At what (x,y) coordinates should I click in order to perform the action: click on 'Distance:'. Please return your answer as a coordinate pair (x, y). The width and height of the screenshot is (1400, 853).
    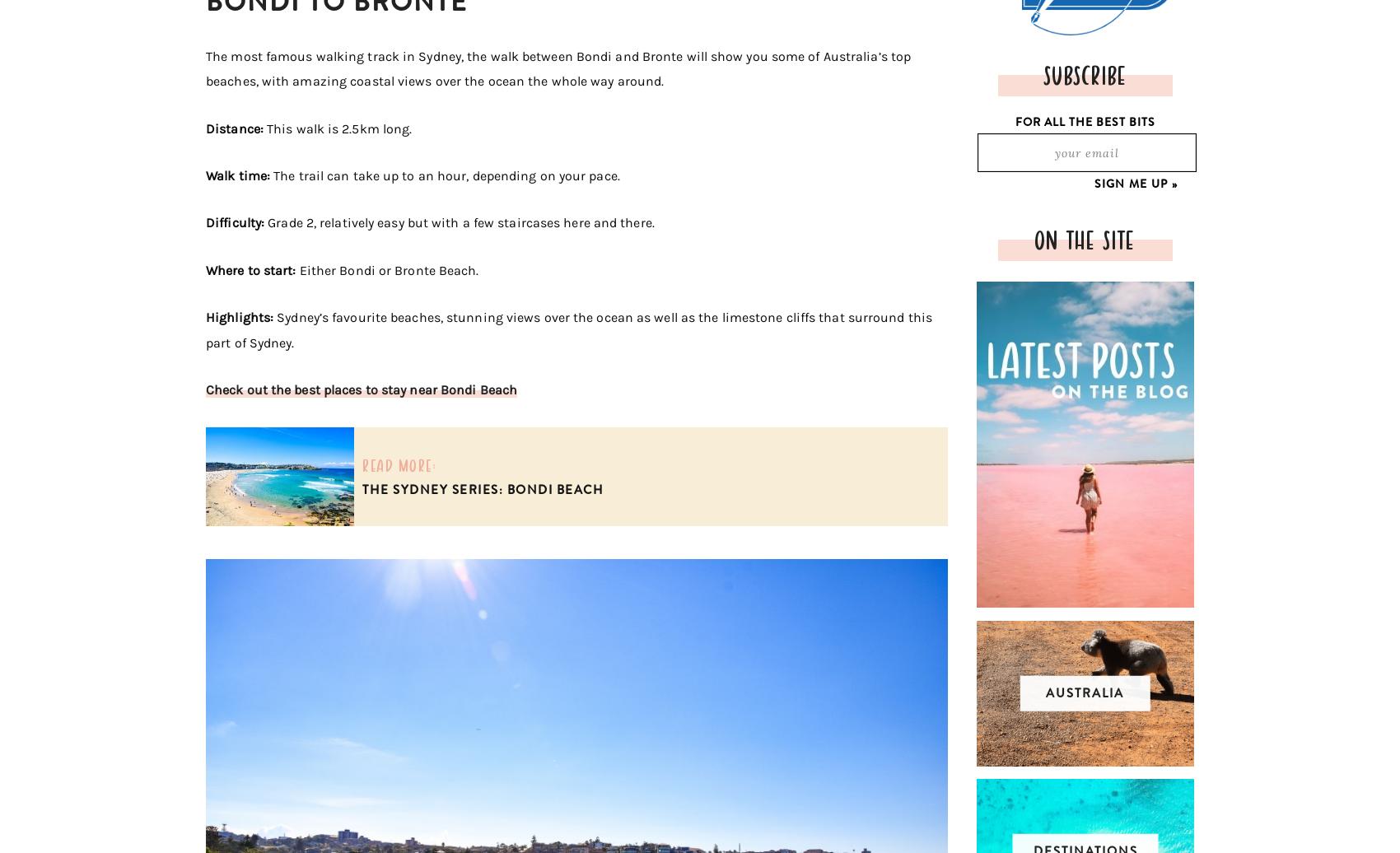
    Looking at the image, I should click on (236, 128).